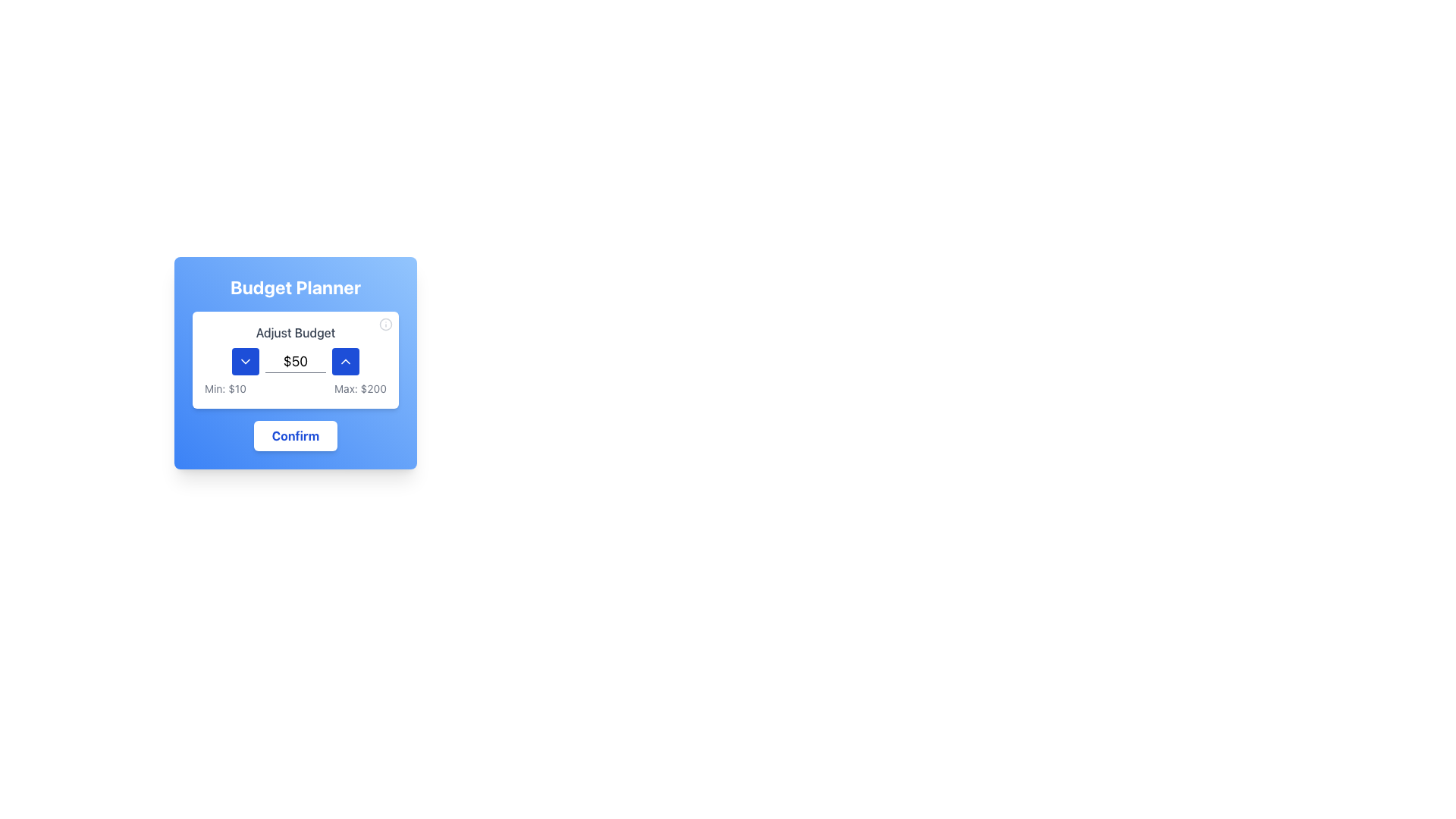  Describe the element at coordinates (295, 332) in the screenshot. I see `the Text Label that indicates the purpose of the associated numeric input field for adjusting the budget amount in the 'Budget Planner' modal` at that location.